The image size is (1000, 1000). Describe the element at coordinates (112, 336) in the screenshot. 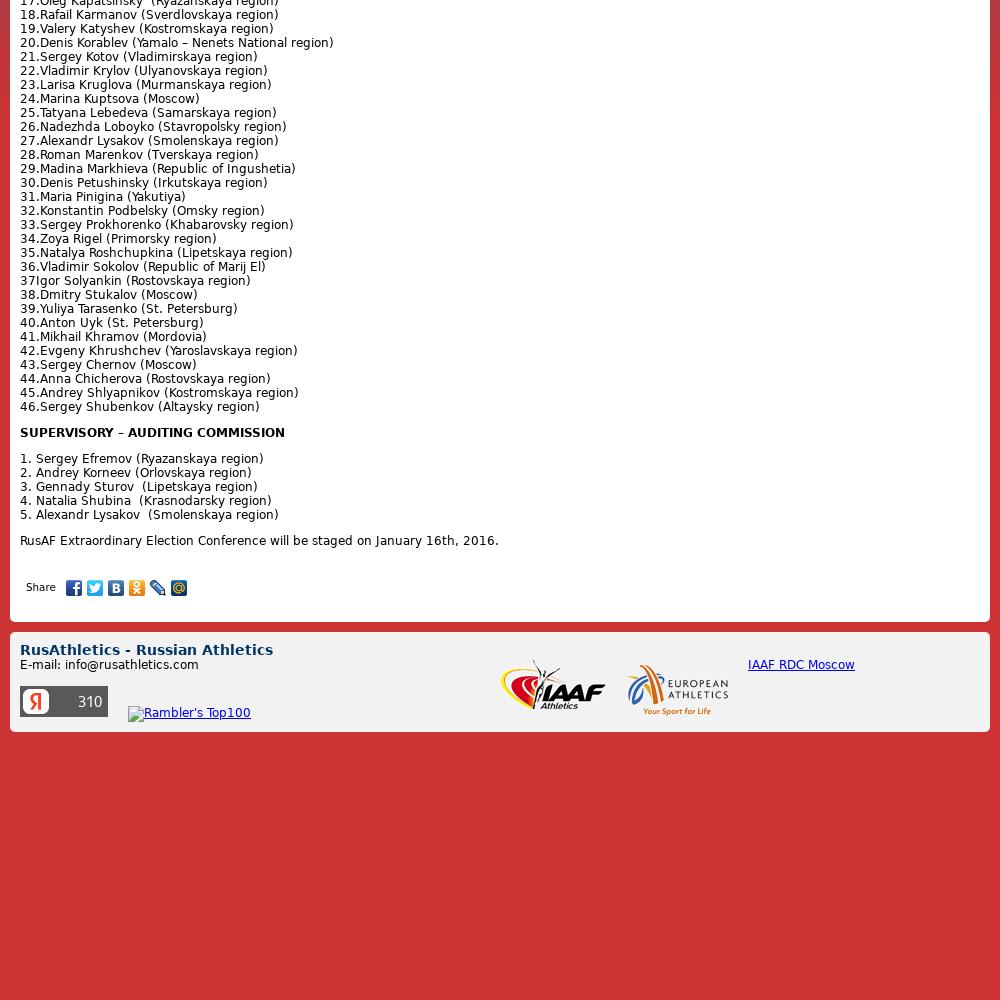

I see `'41.Mikhail Khramov (Mordovia)'` at that location.